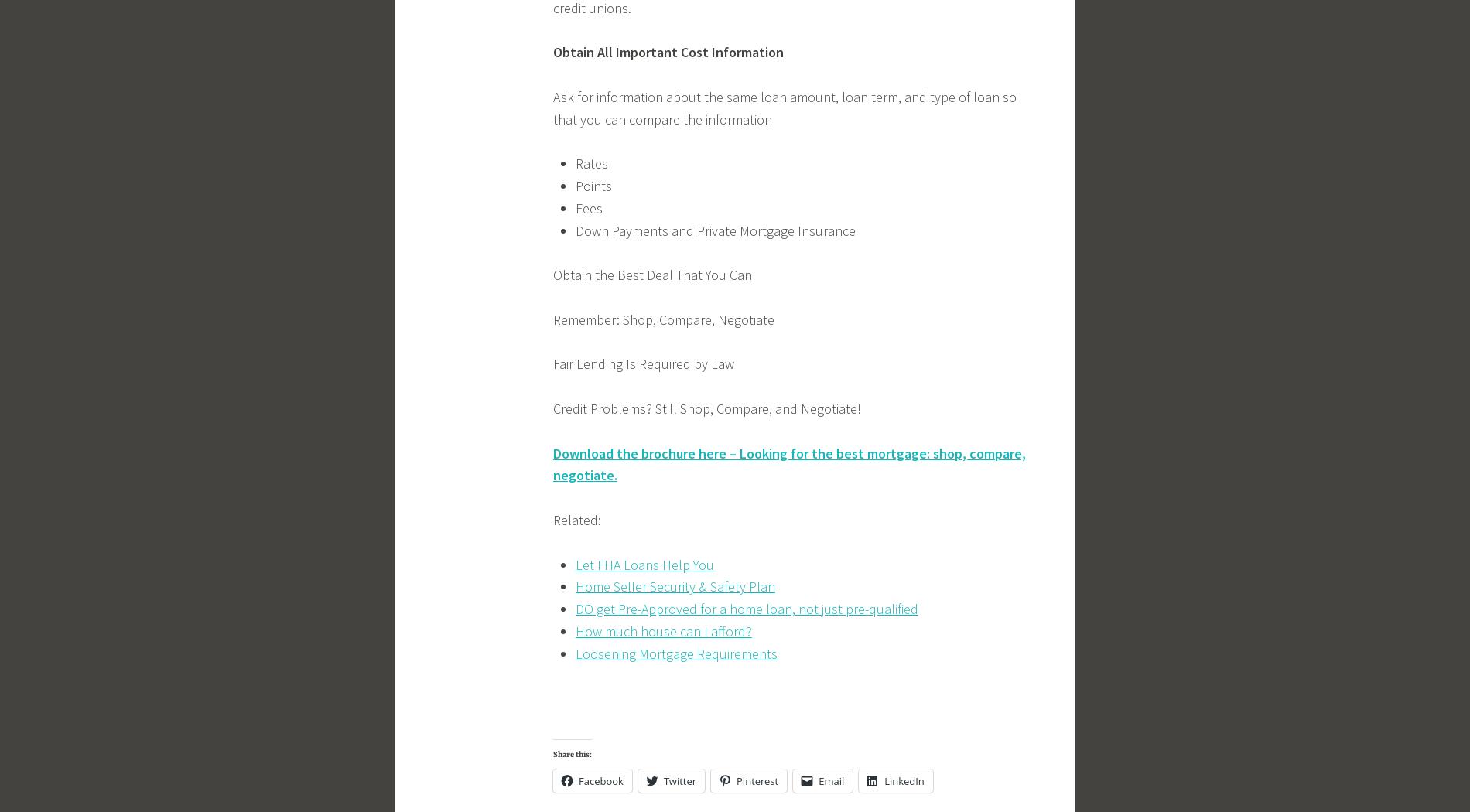 This screenshot has height=812, width=1470. Describe the element at coordinates (574, 206) in the screenshot. I see `'Fees'` at that location.